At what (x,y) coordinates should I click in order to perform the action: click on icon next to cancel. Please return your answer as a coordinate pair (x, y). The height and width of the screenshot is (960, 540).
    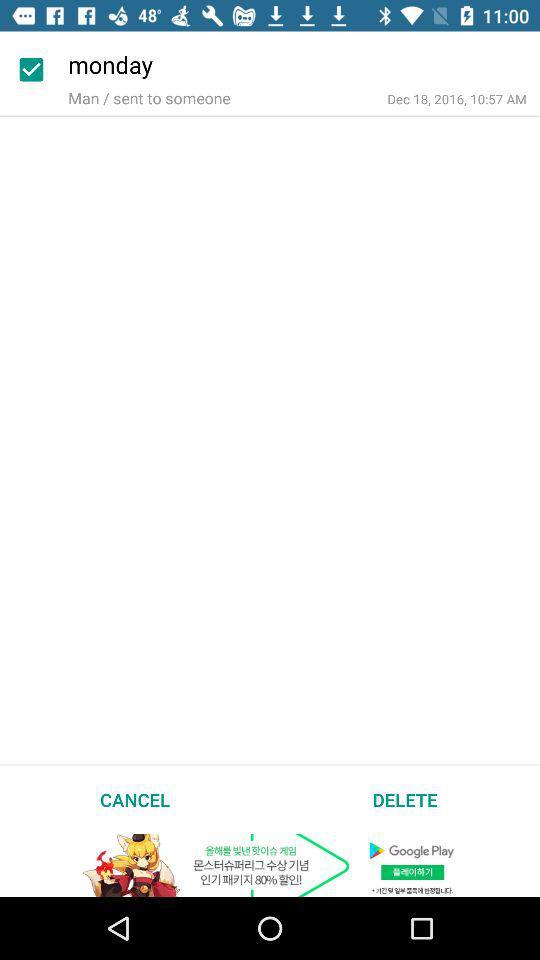
    Looking at the image, I should click on (405, 799).